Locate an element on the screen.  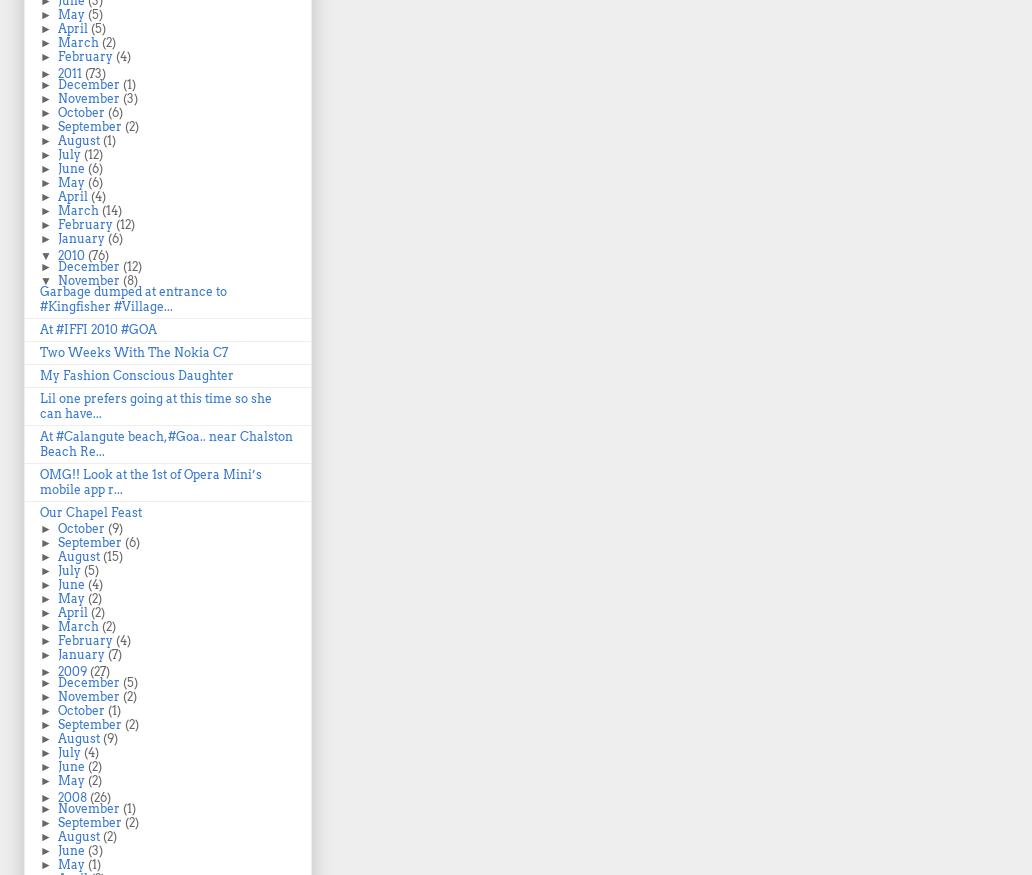
'Our Chapel Feast' is located at coordinates (40, 511).